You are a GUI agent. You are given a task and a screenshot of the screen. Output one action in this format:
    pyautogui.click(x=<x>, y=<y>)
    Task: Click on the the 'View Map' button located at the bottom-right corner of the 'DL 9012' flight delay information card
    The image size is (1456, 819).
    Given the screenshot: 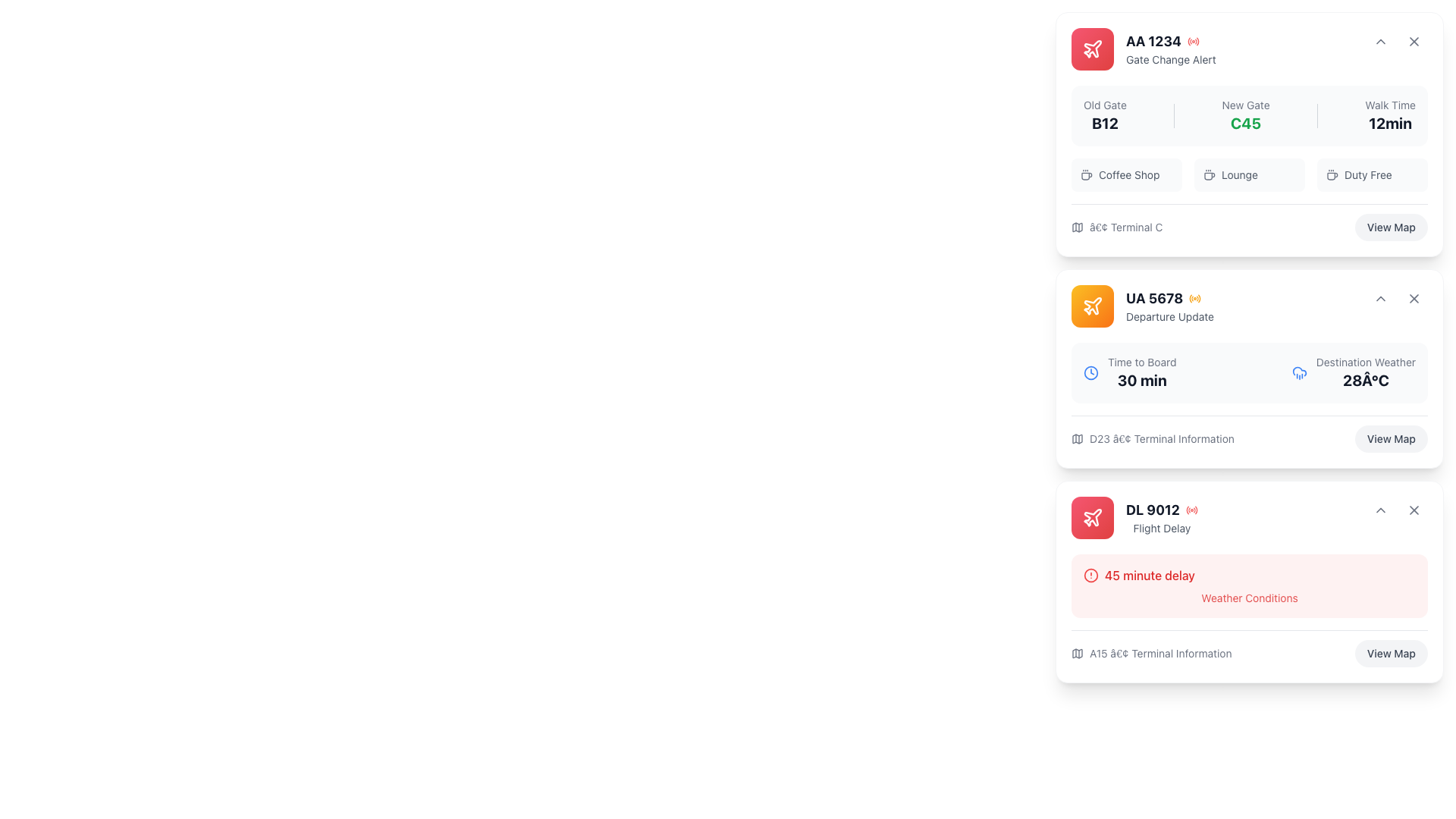 What is the action you would take?
    pyautogui.click(x=1391, y=652)
    